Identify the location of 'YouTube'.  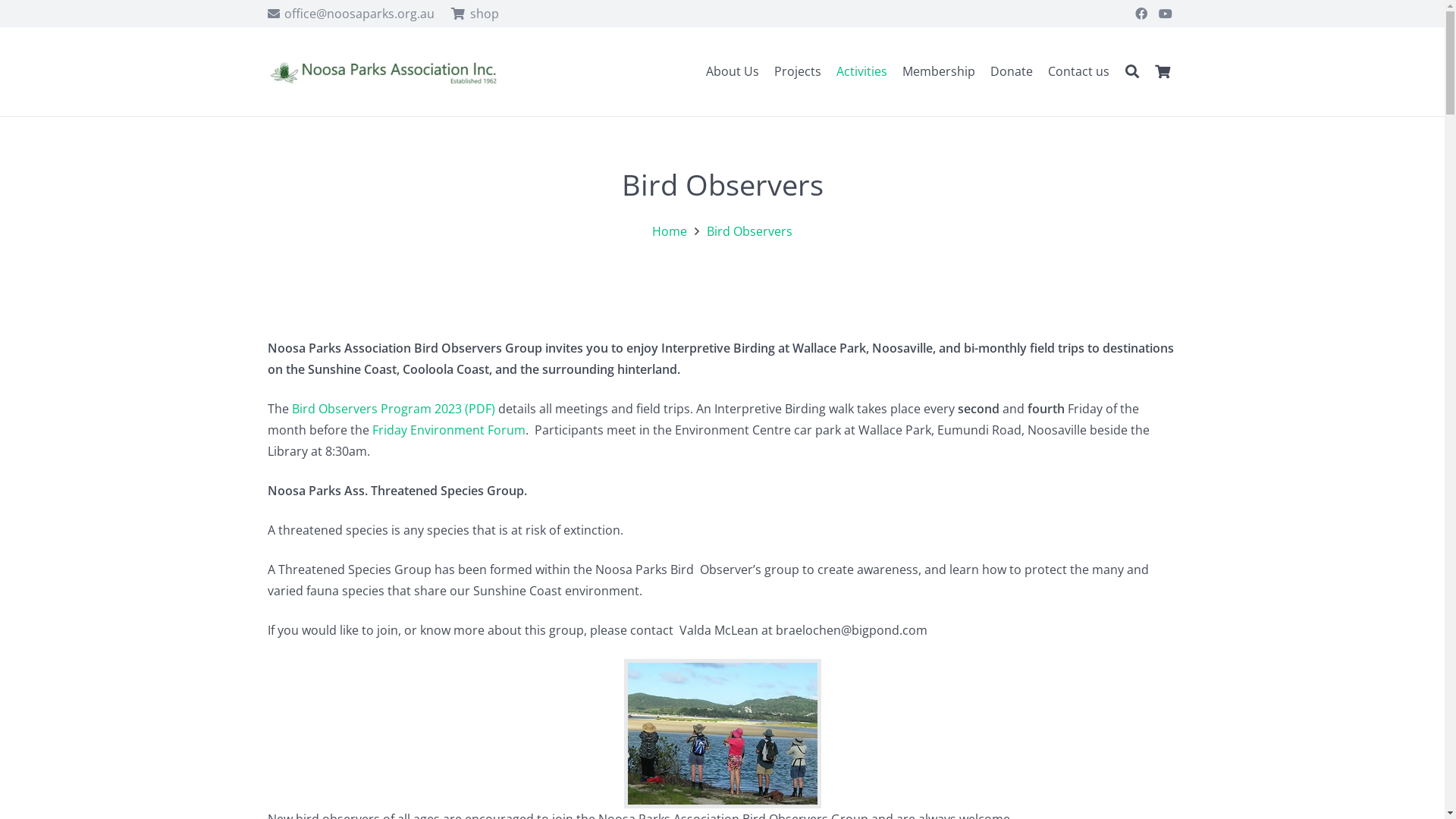
(1164, 14).